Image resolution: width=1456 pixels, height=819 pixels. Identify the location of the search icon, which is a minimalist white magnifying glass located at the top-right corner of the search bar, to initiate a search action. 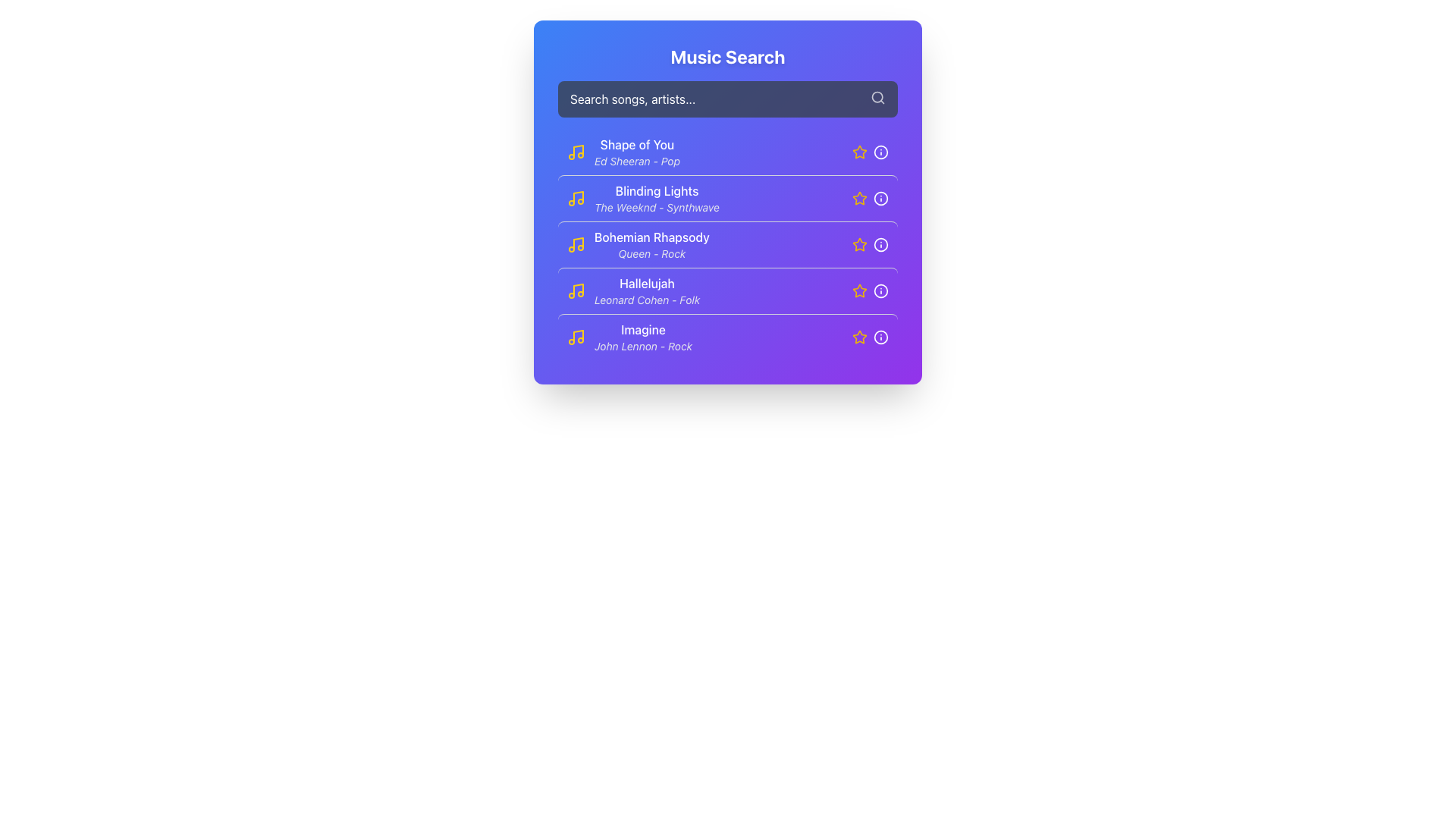
(877, 97).